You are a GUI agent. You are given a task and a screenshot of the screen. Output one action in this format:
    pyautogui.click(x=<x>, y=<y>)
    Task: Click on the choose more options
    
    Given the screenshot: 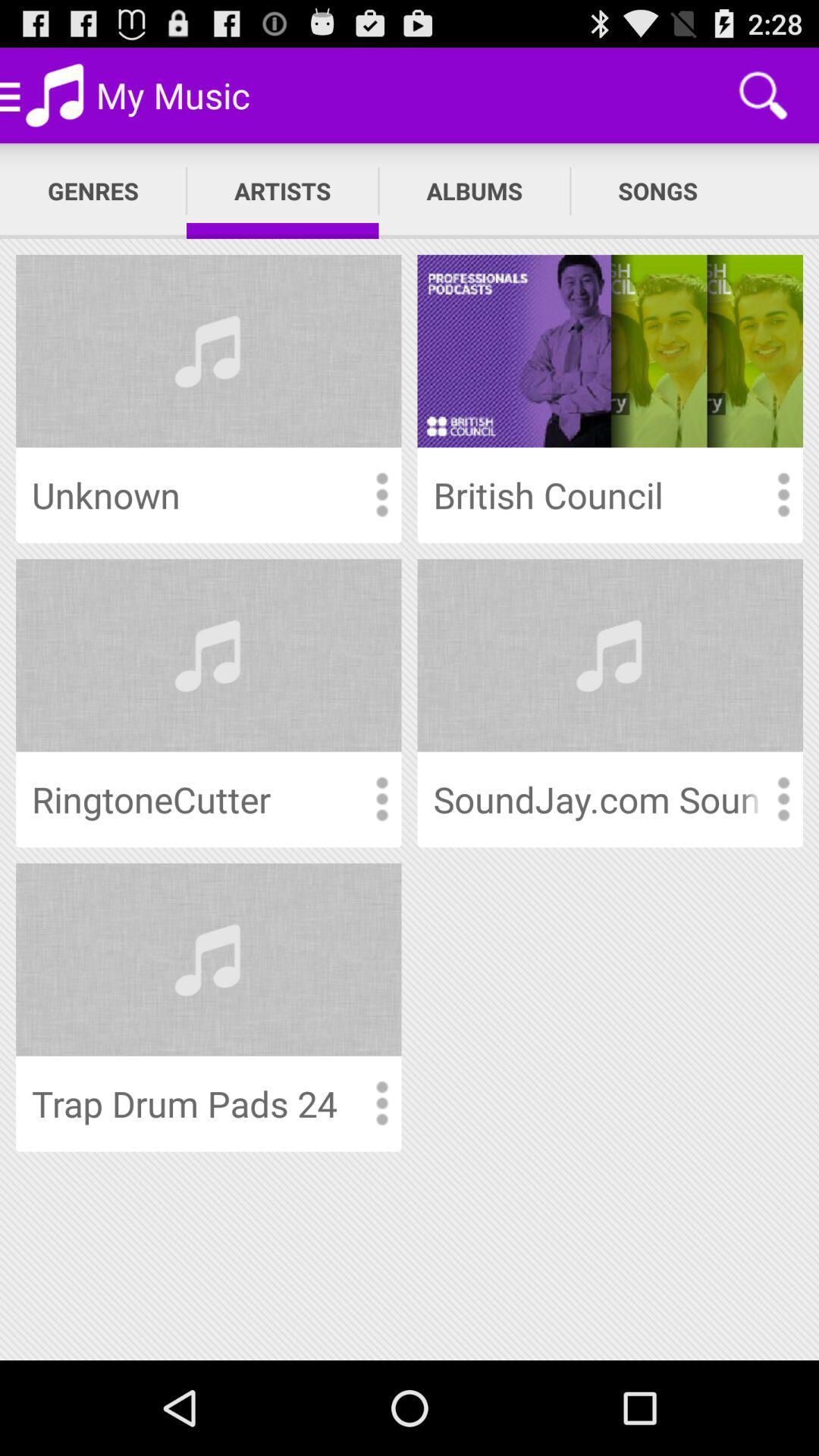 What is the action you would take?
    pyautogui.click(x=381, y=799)
    